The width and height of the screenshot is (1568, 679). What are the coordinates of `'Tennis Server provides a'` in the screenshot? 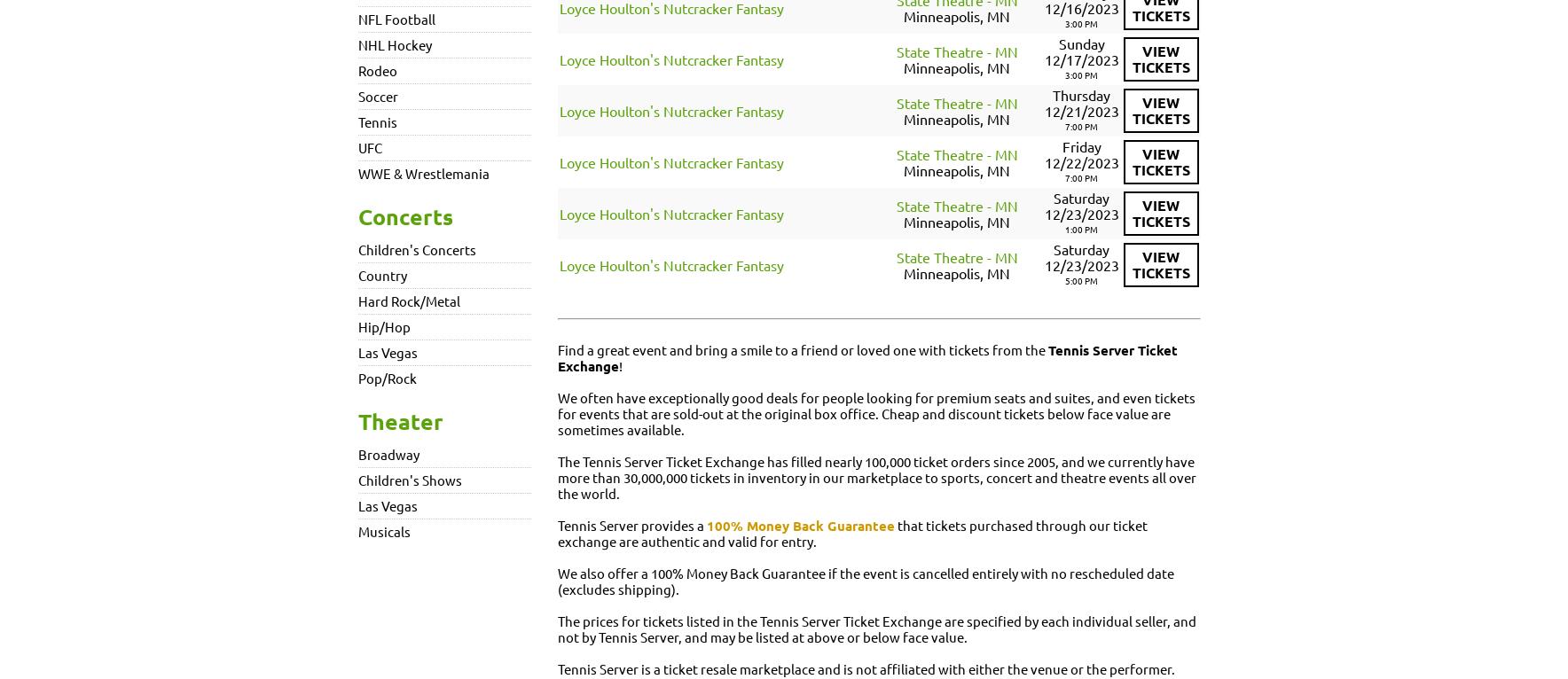 It's located at (557, 525).